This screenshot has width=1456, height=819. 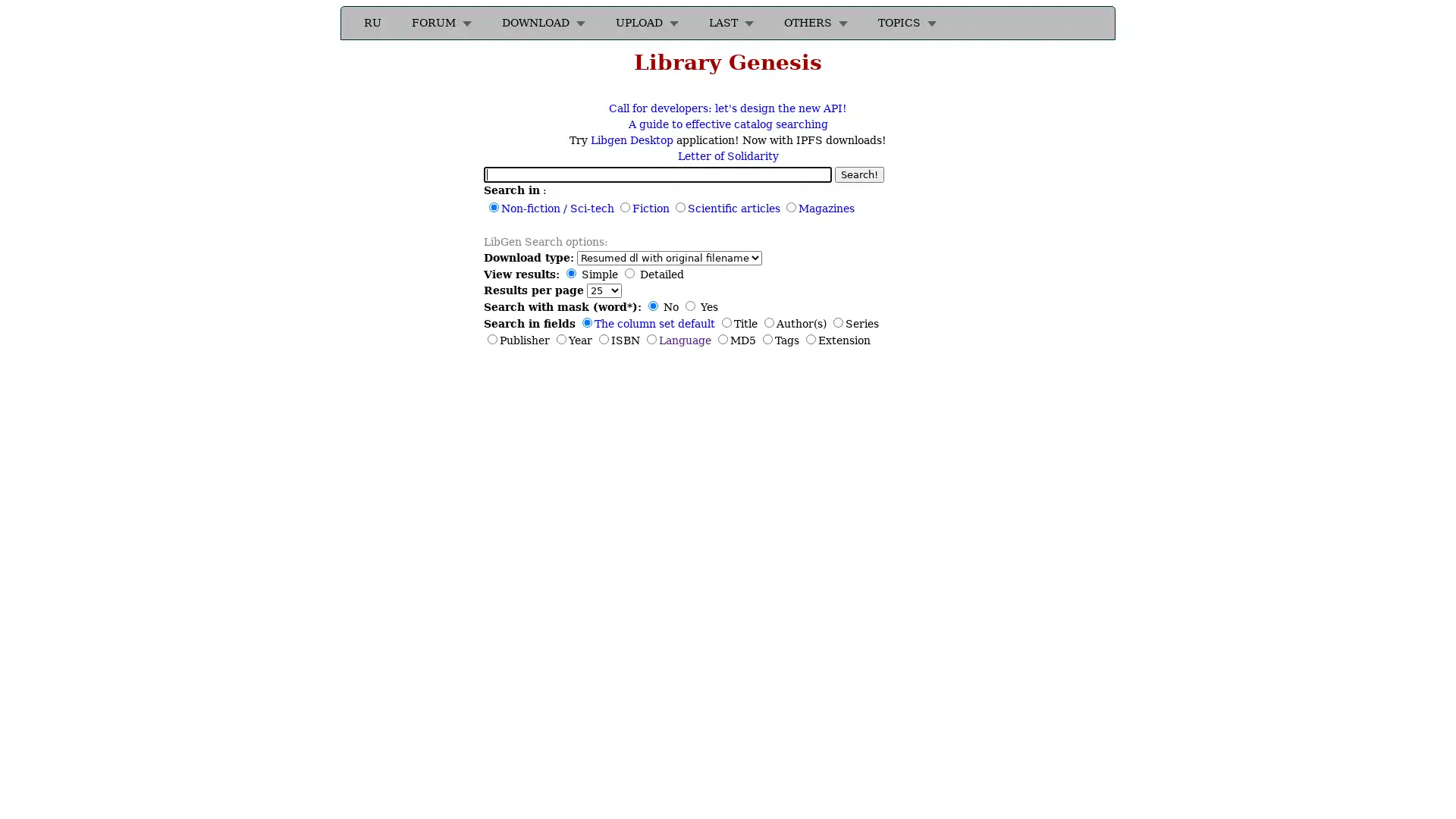 I want to click on Search!, so click(x=859, y=173).